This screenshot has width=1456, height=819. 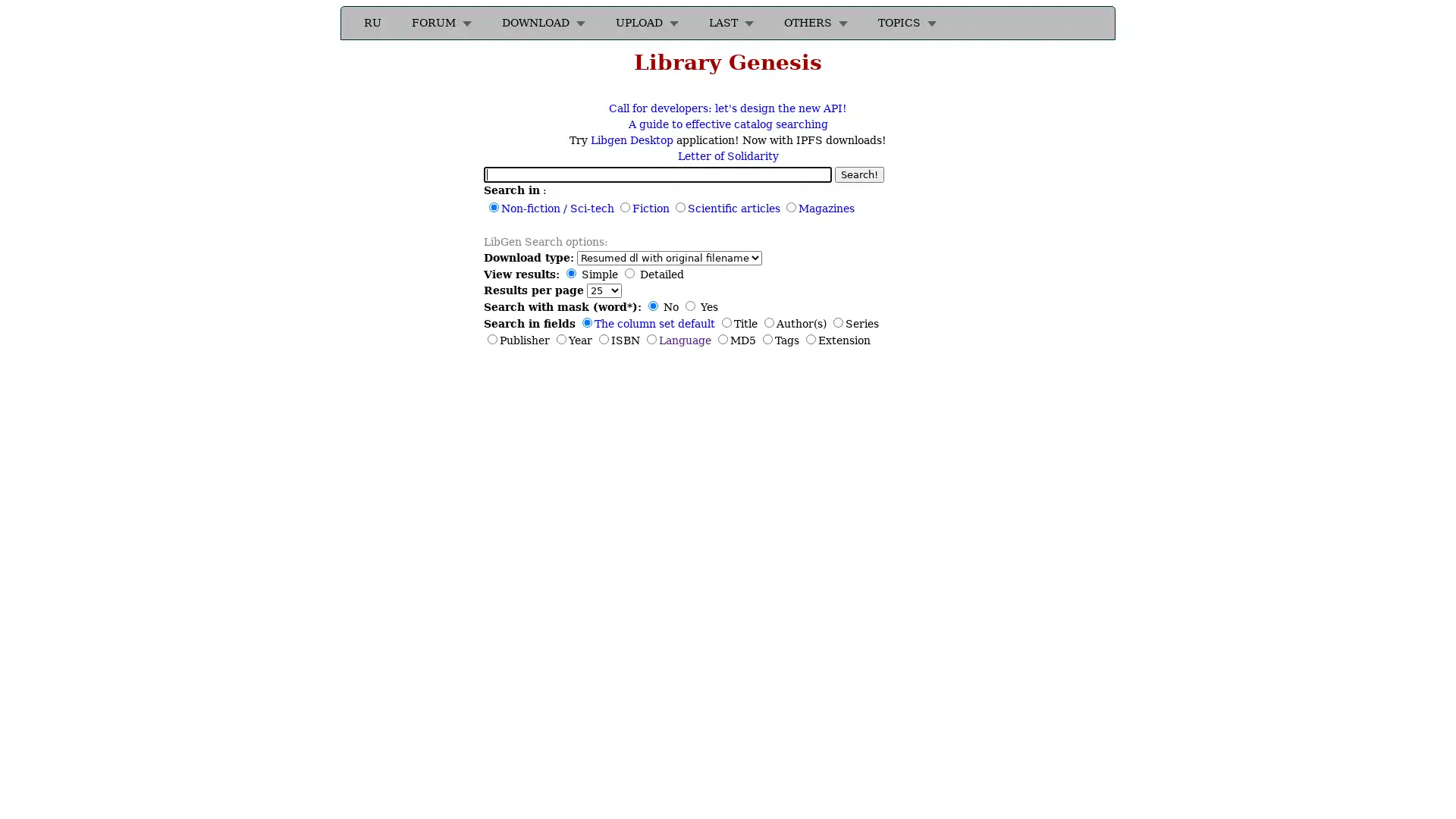 I want to click on Search!, so click(x=859, y=173).